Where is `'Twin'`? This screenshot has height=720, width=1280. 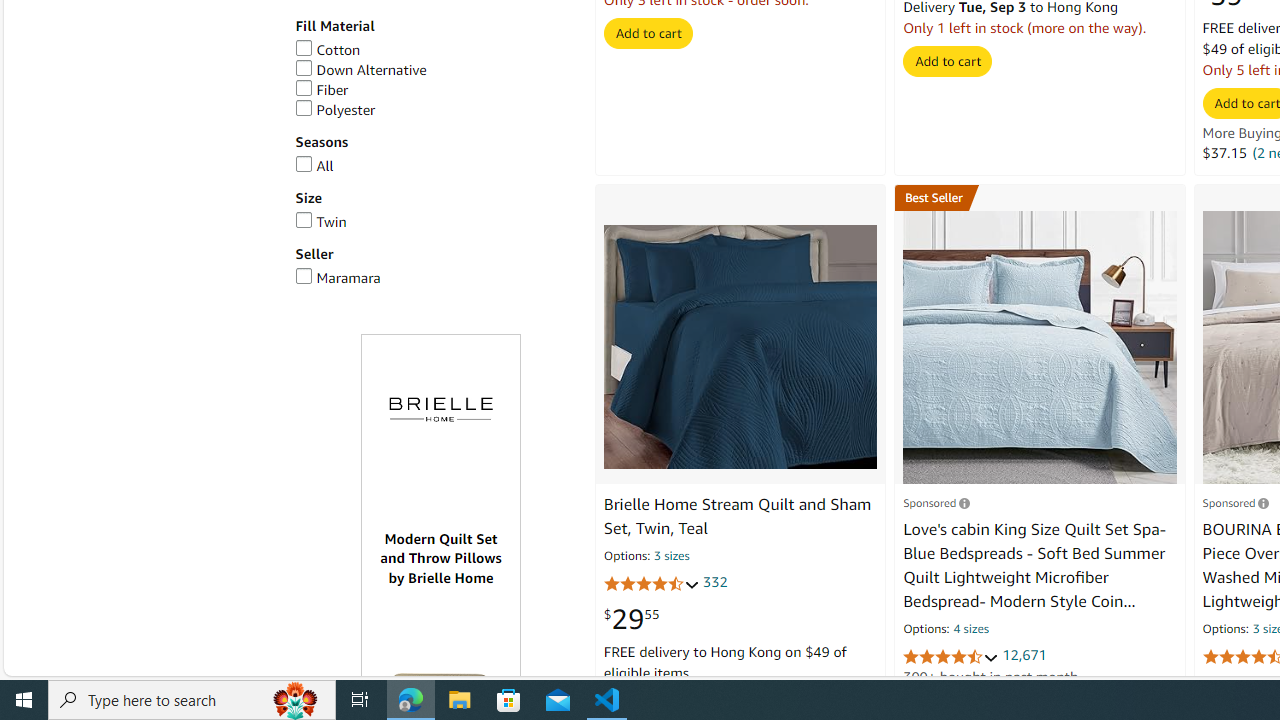 'Twin' is located at coordinates (320, 221).